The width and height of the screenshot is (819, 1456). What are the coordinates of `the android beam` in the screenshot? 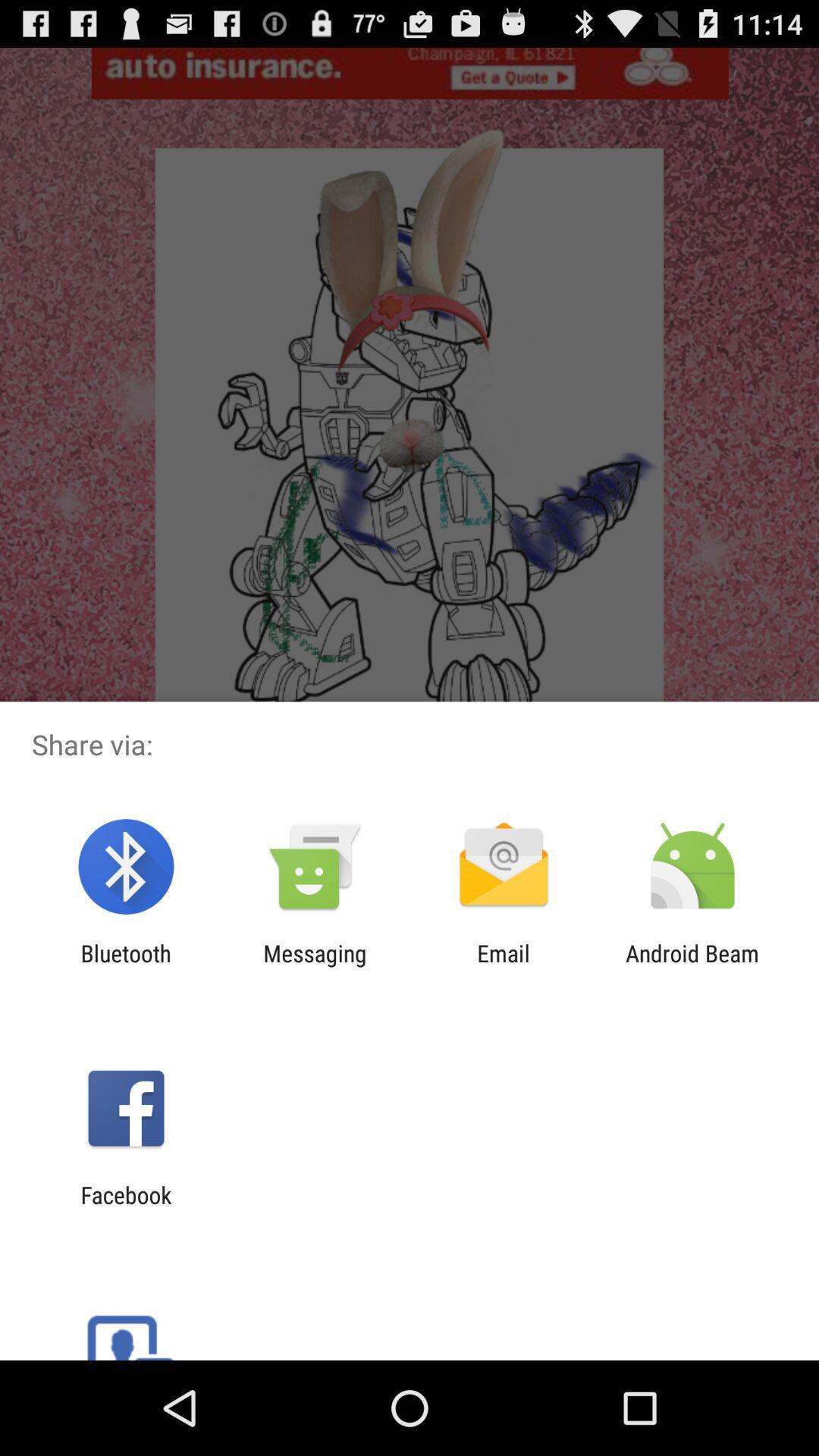 It's located at (692, 966).